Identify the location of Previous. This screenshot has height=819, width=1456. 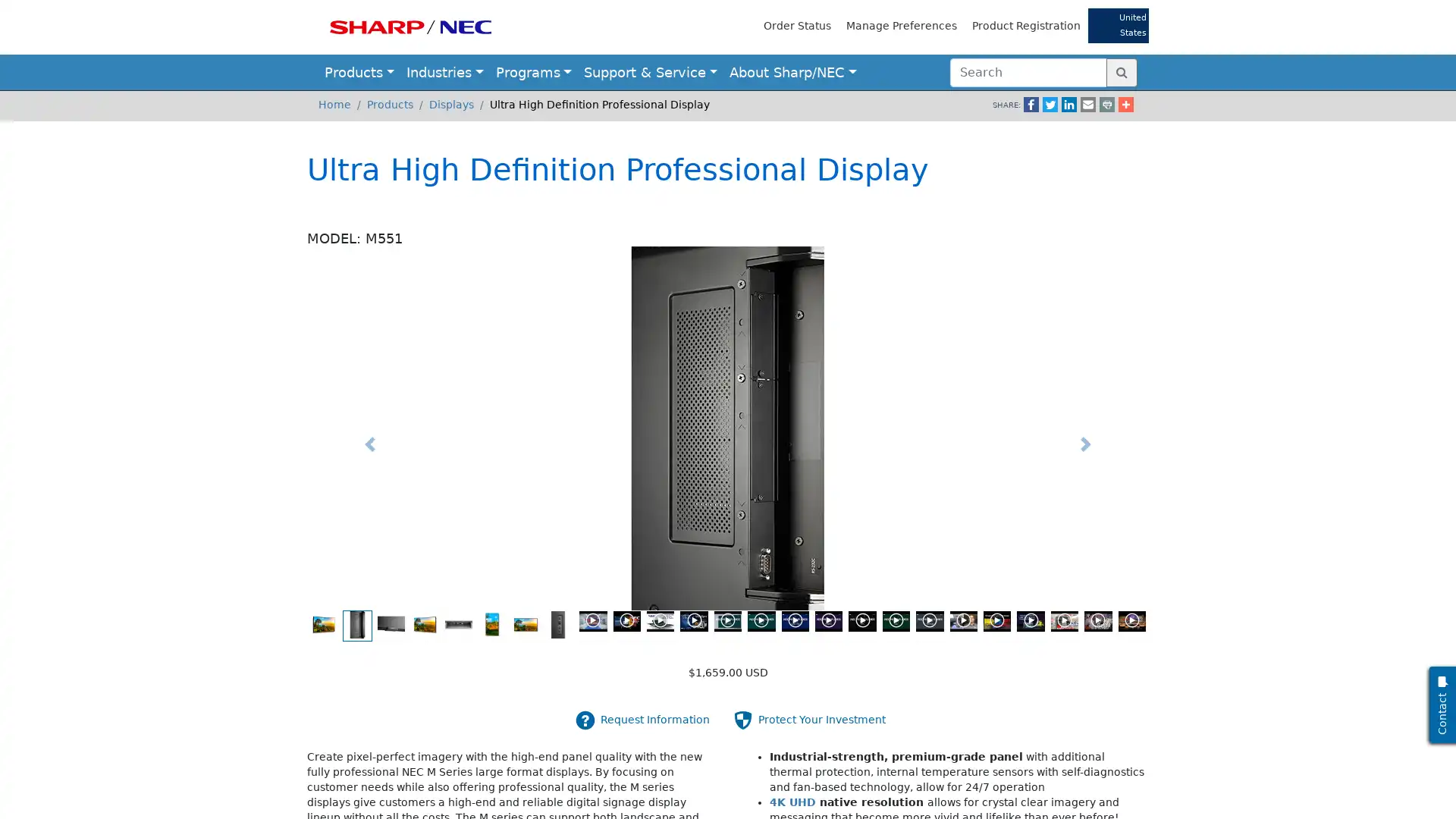
(370, 444).